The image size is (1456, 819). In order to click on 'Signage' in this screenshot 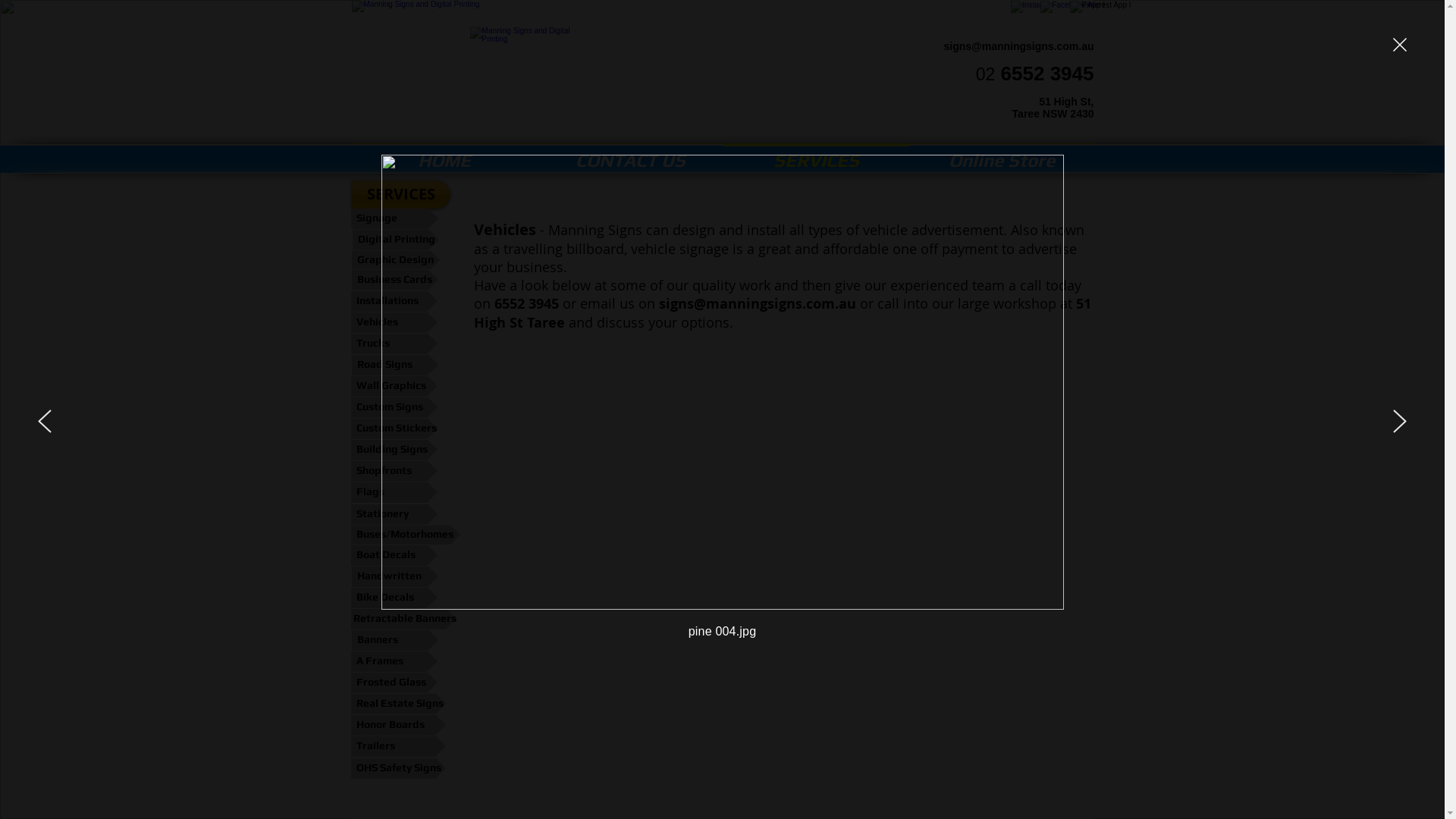, I will do `click(394, 218)`.